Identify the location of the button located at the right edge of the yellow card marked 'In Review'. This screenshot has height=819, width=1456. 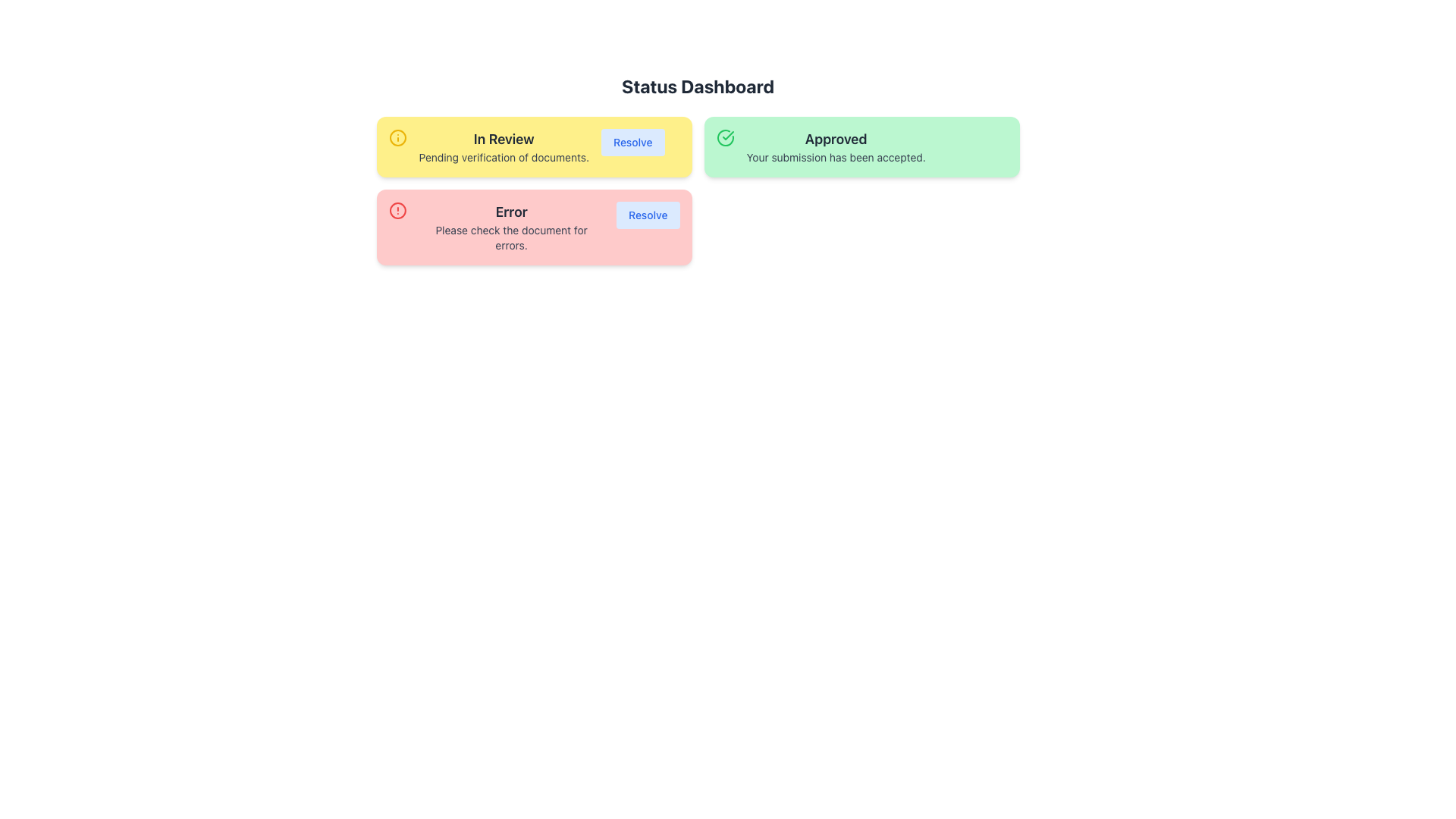
(632, 143).